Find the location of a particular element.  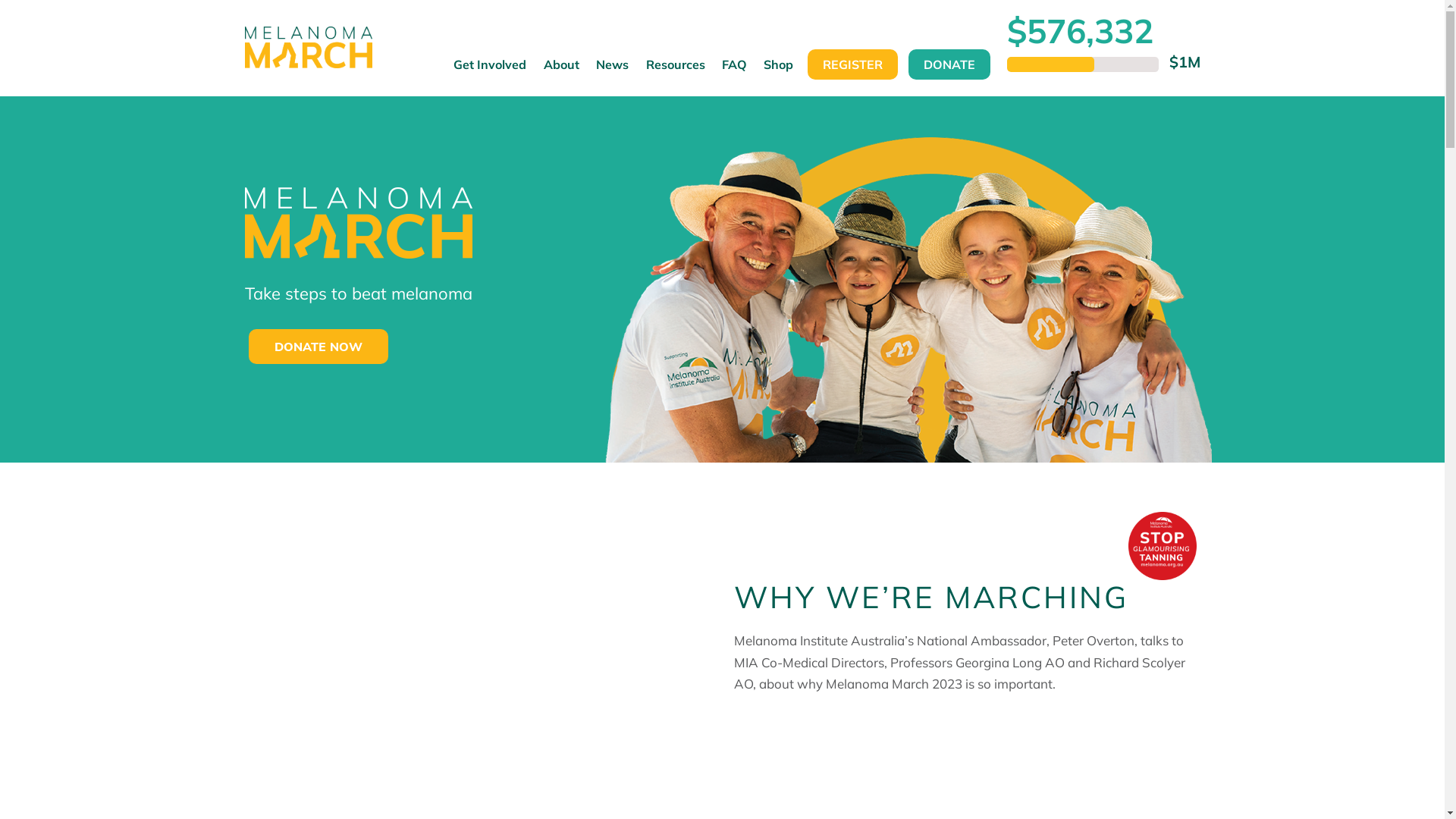

'DONATE NOW' is located at coordinates (318, 346).